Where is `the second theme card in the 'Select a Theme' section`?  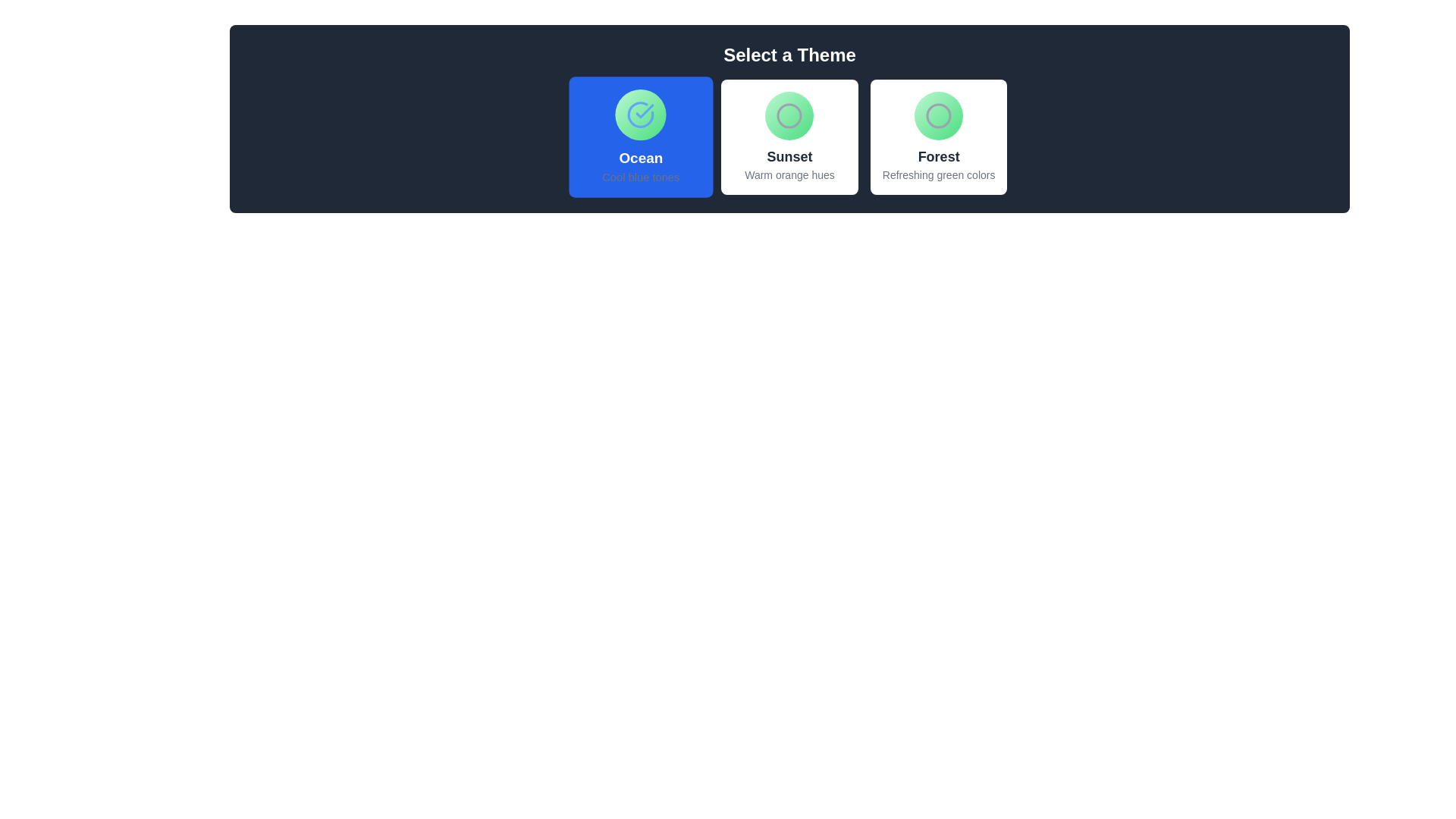
the second theme card in the 'Select a Theme' section is located at coordinates (789, 137).